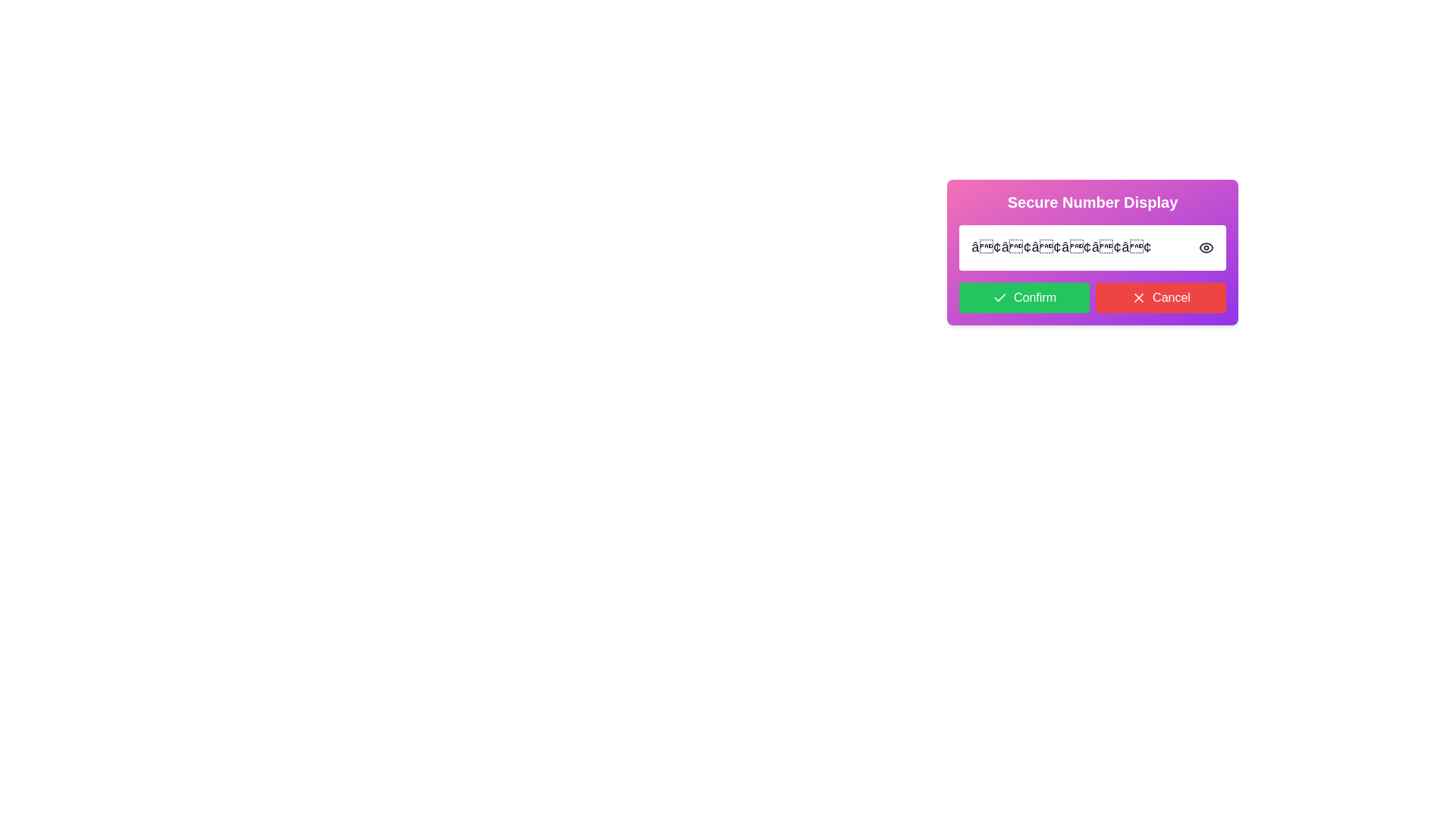 The height and width of the screenshot is (819, 1456). What do you see at coordinates (1000, 297) in the screenshot?
I see `the confirmation icon located inside the green 'Confirm' button, next to the text label 'Confirm'` at bounding box center [1000, 297].